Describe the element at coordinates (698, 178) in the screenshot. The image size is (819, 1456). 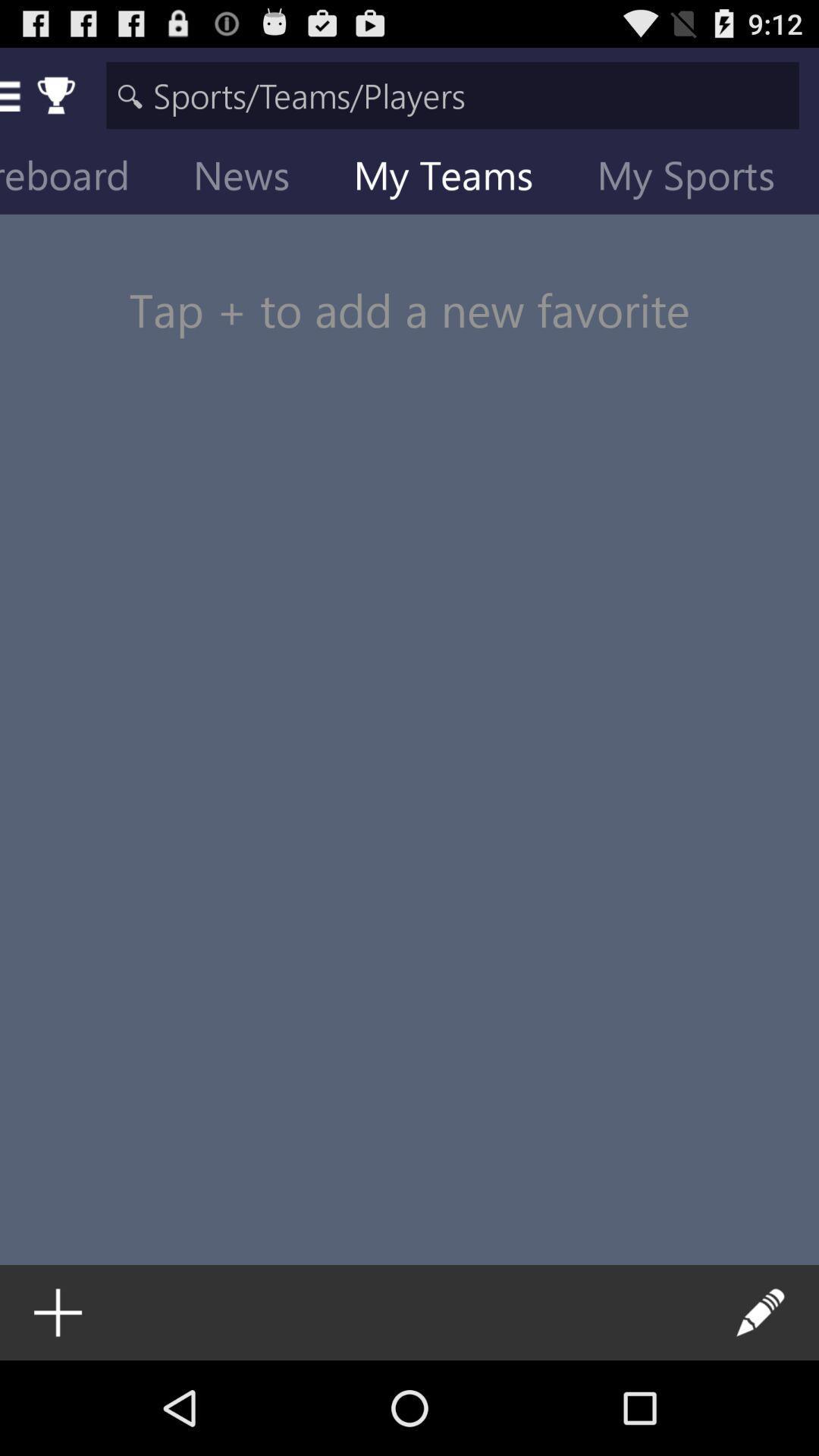
I see `the item next to the my teams item` at that location.